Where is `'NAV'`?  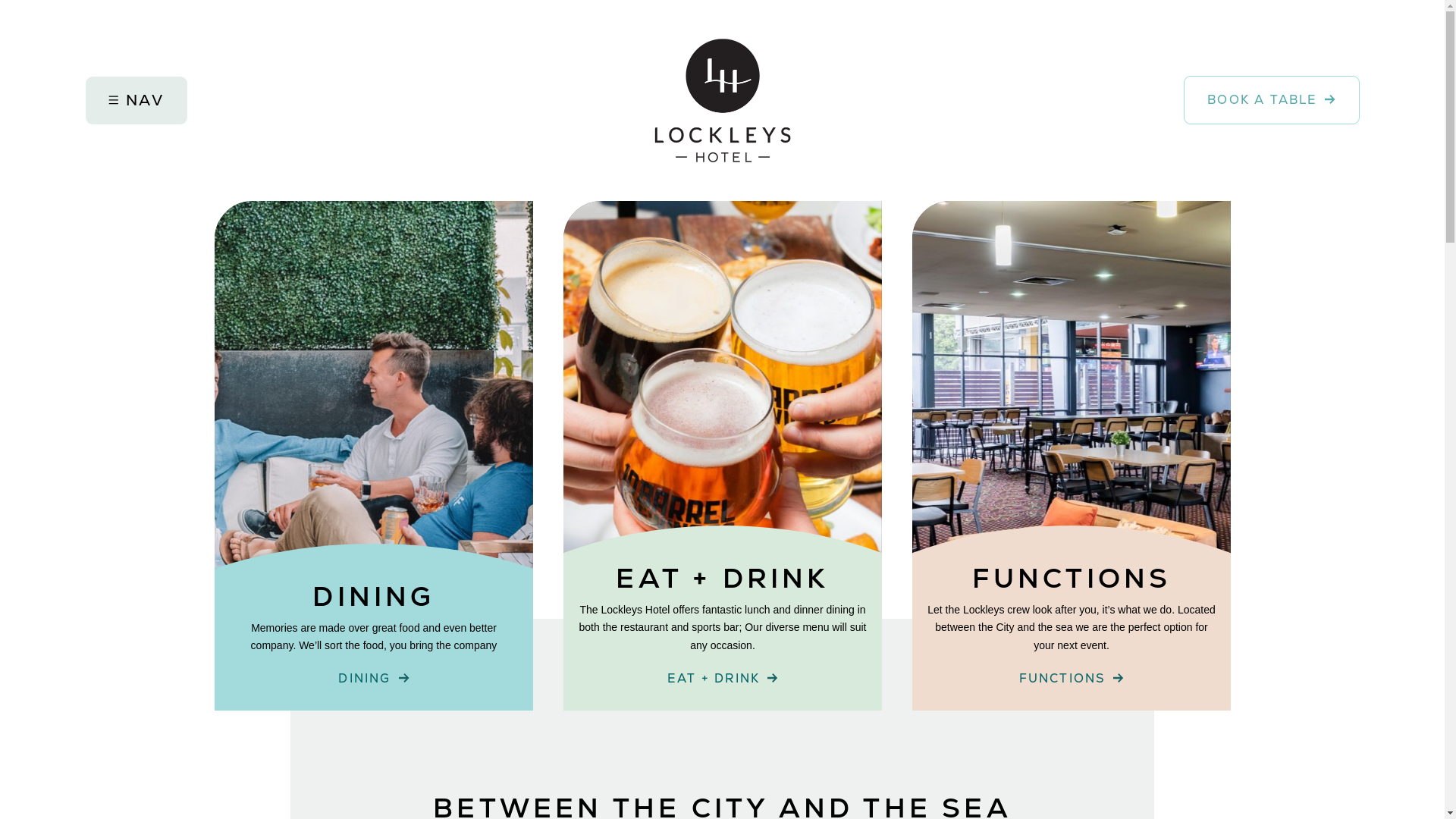 'NAV' is located at coordinates (135, 100).